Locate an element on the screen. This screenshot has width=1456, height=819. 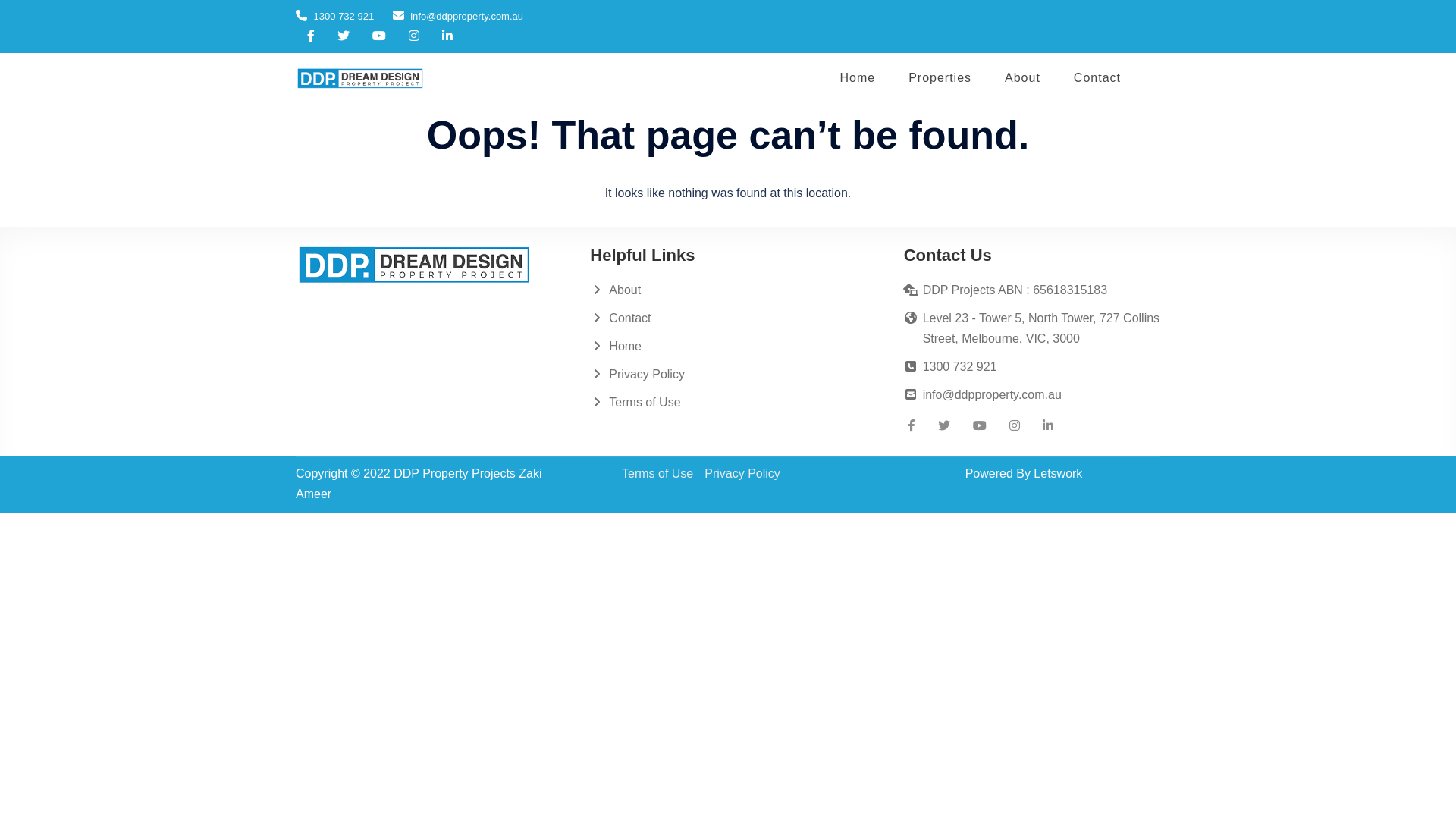
'1300 732 921' is located at coordinates (922, 366).